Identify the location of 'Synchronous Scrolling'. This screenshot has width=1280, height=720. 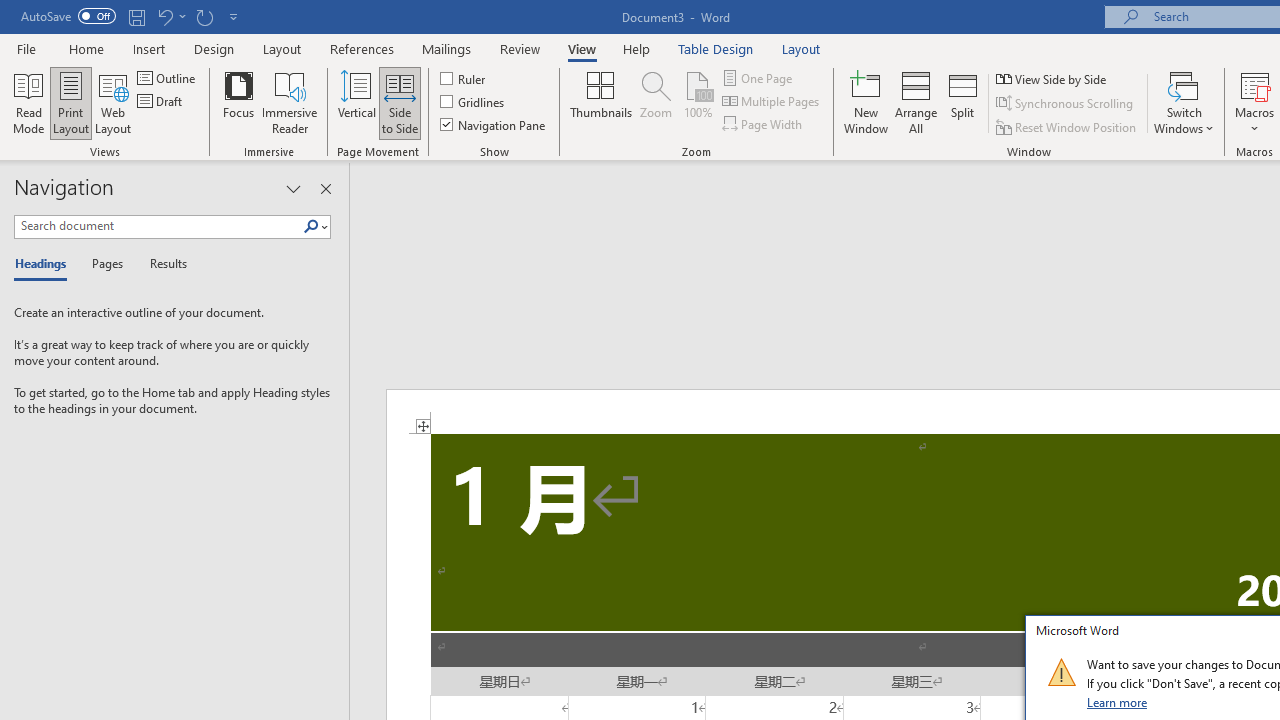
(1065, 103).